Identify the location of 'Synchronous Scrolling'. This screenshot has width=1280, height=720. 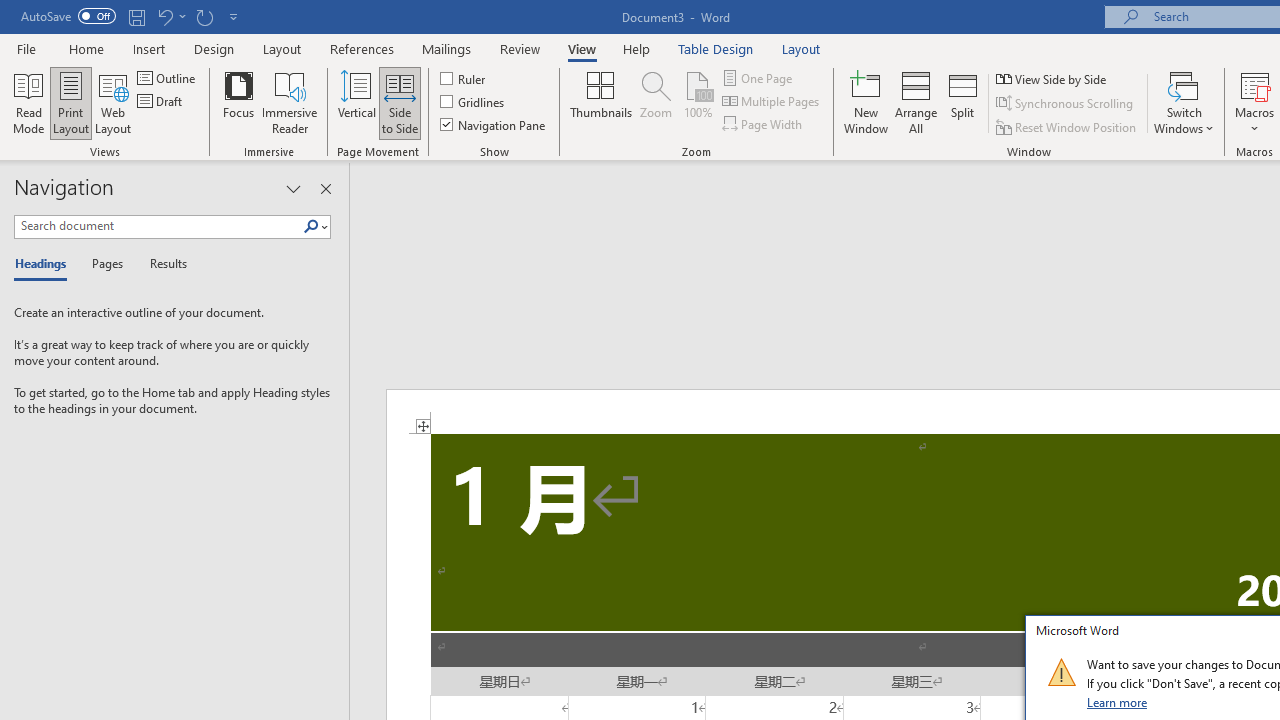
(1065, 103).